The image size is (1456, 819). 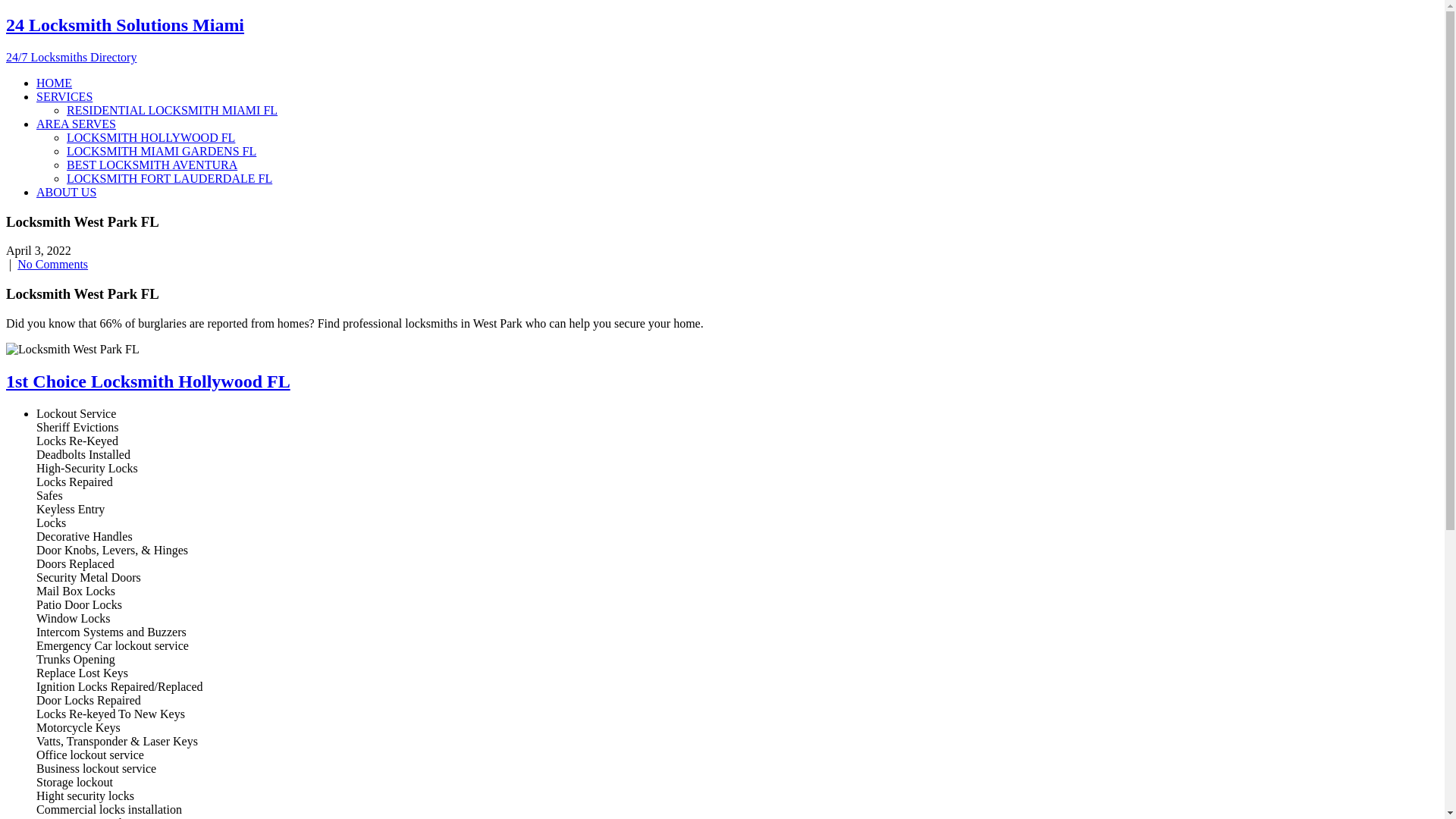 I want to click on 'LOCKSMITH FORT LAUDERDALE FL', so click(x=169, y=177).